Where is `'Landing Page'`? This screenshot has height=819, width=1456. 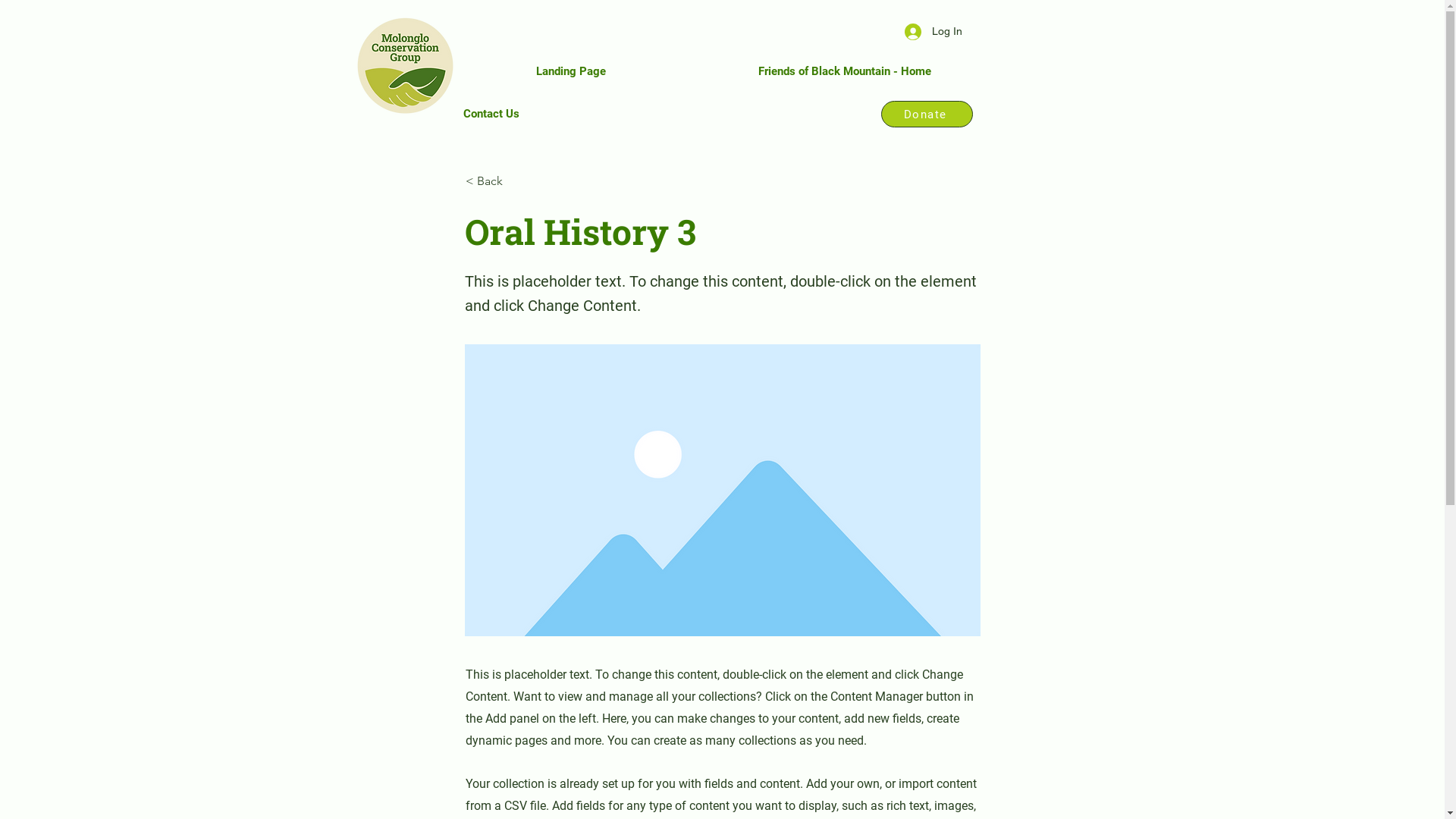 'Landing Page' is located at coordinates (570, 71).